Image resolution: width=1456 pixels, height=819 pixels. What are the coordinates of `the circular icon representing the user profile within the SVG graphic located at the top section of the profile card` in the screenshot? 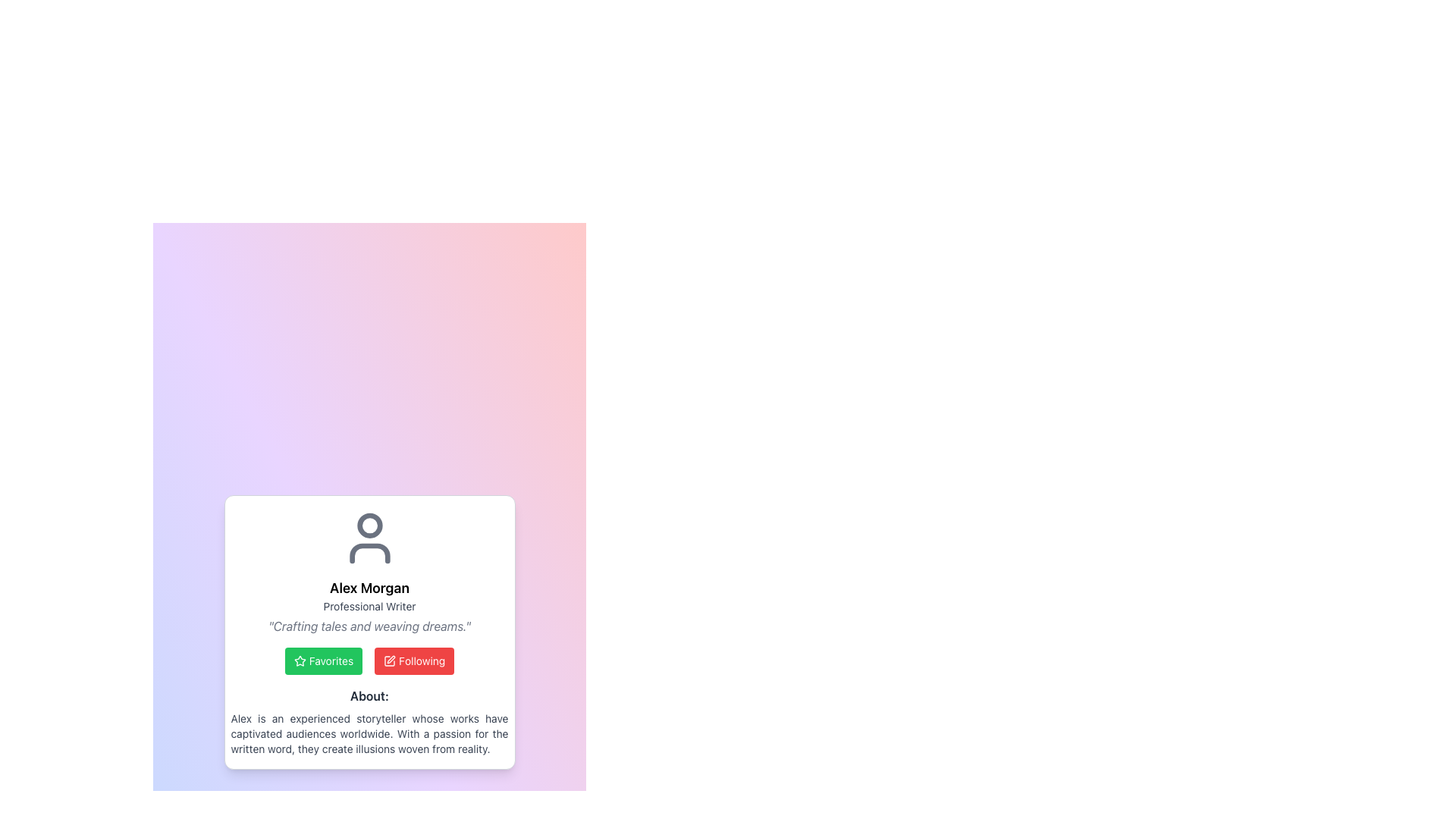 It's located at (369, 525).